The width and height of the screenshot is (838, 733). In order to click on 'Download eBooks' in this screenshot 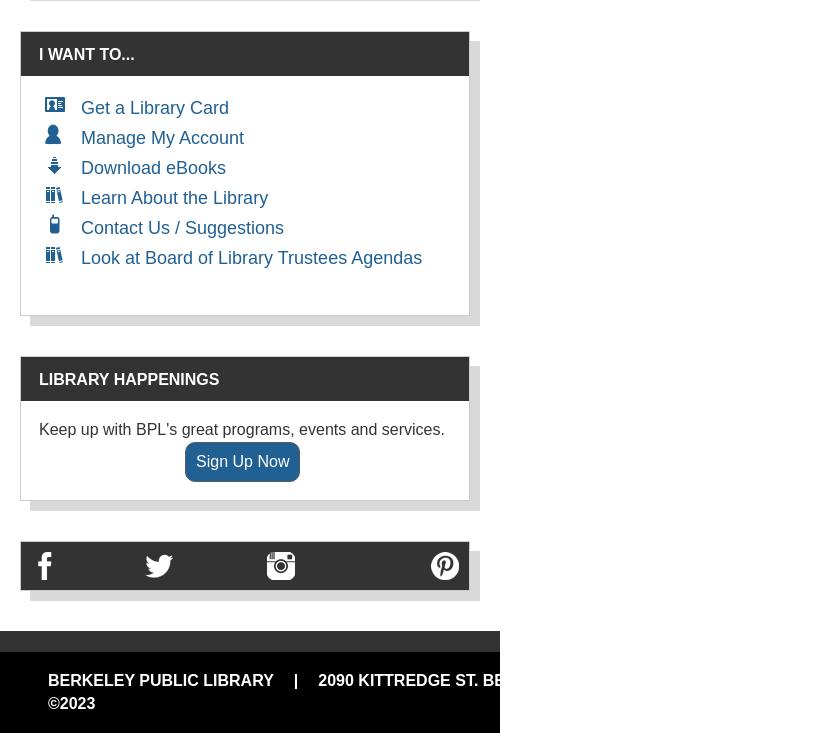, I will do `click(81, 167)`.